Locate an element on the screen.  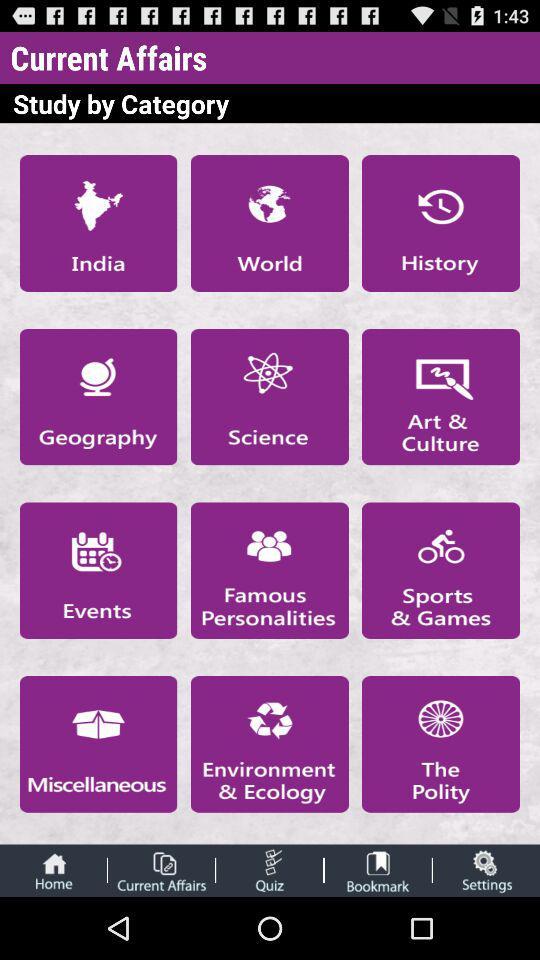
art culture is located at coordinates (441, 396).